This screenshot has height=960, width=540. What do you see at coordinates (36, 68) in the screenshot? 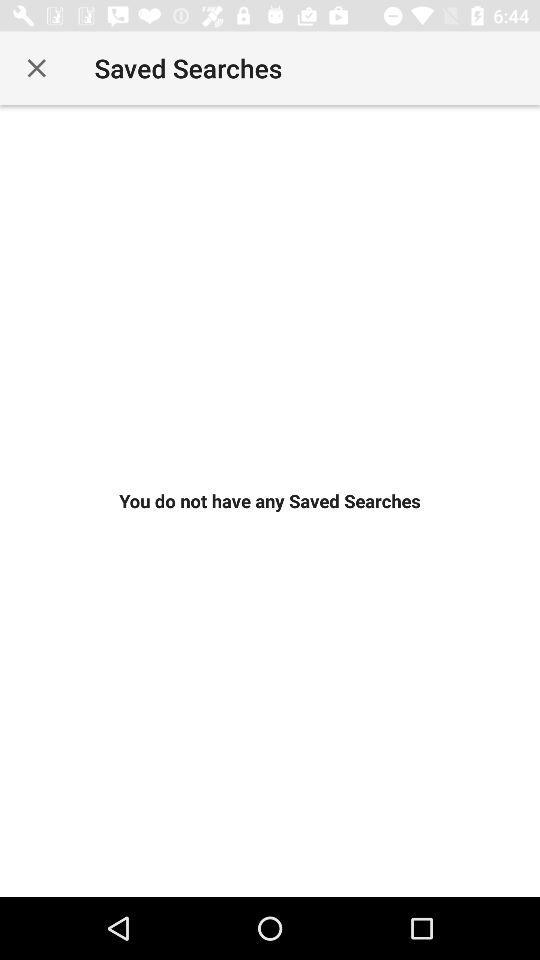
I see `item to the left of the saved searches icon` at bounding box center [36, 68].